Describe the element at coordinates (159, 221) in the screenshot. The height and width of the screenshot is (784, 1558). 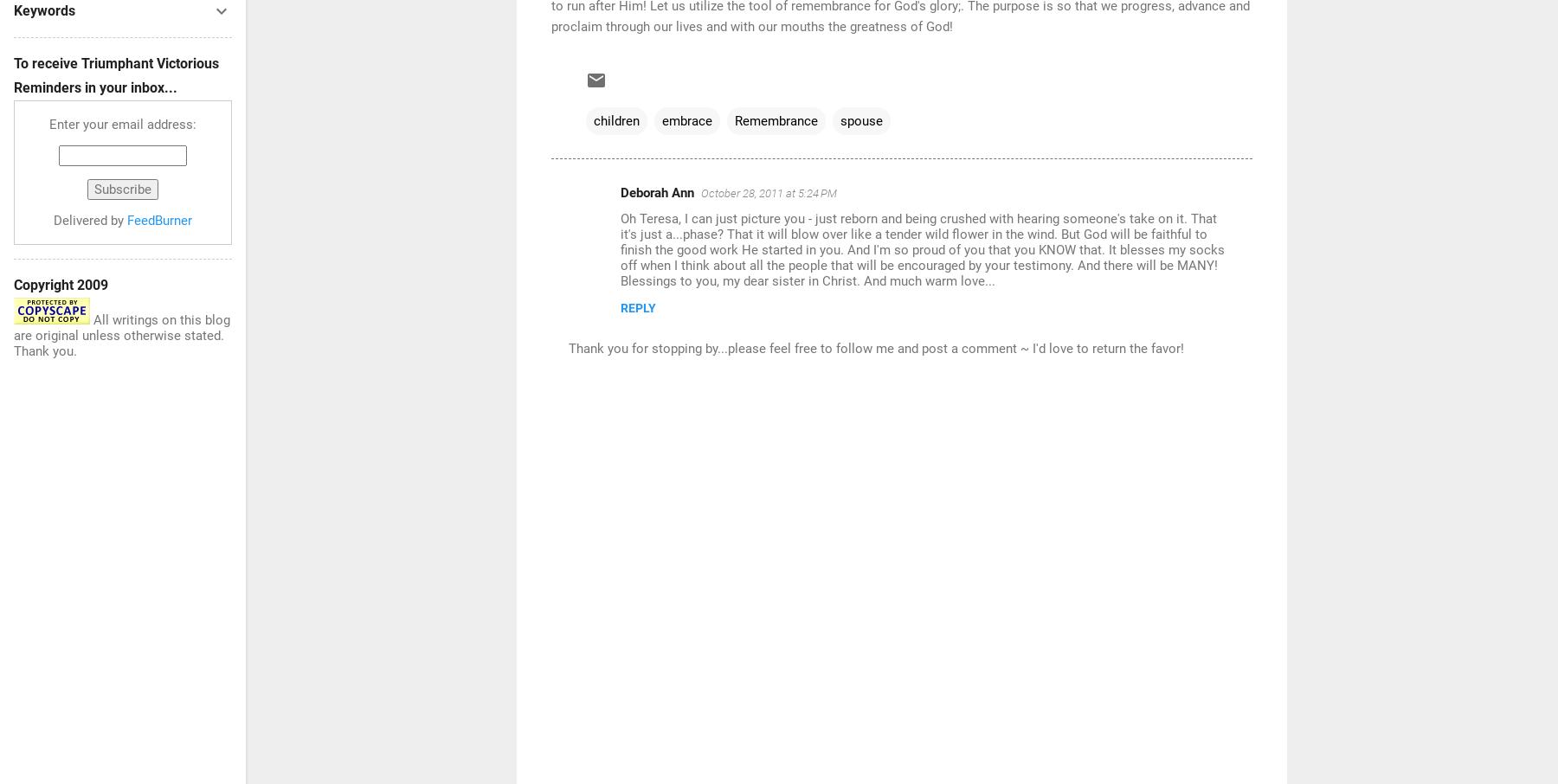
I see `'FeedBurner'` at that location.